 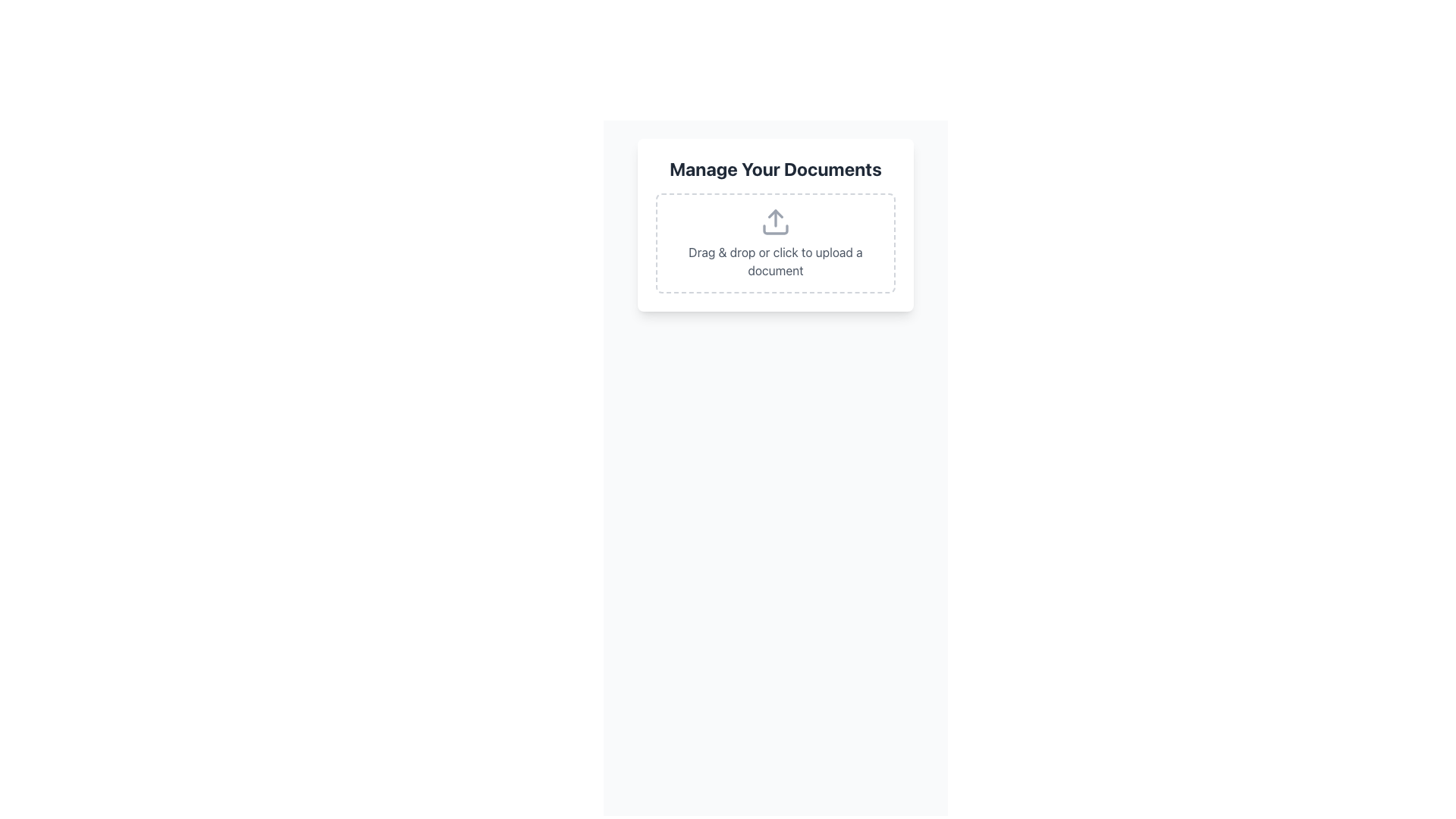 I want to click on the bottom part of the gray folder icon within the dashed rectangular box under the label 'Manage Your Documents', so click(x=775, y=230).